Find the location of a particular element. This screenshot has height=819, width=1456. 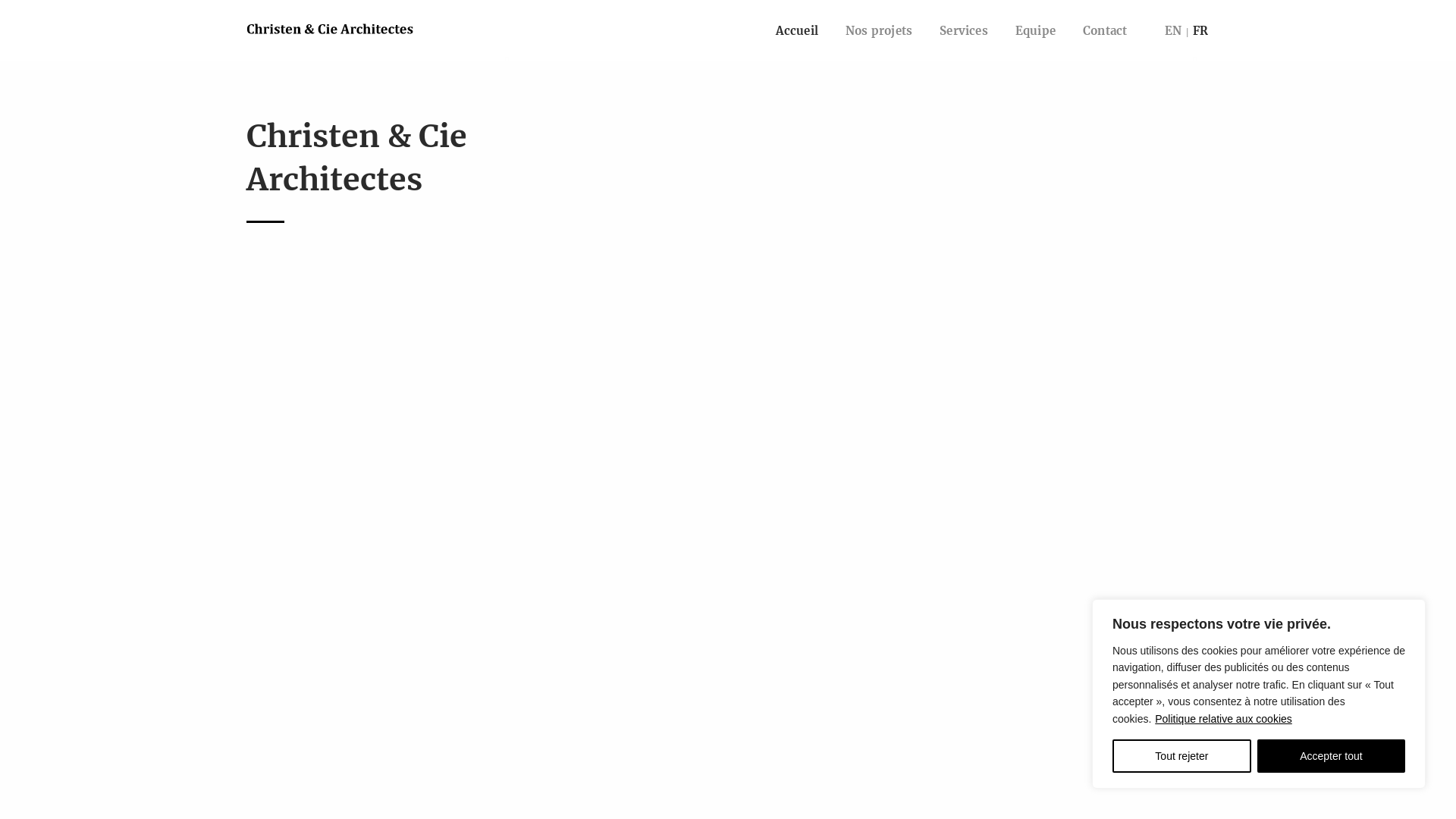

'Nos projets' is located at coordinates (831, 30).